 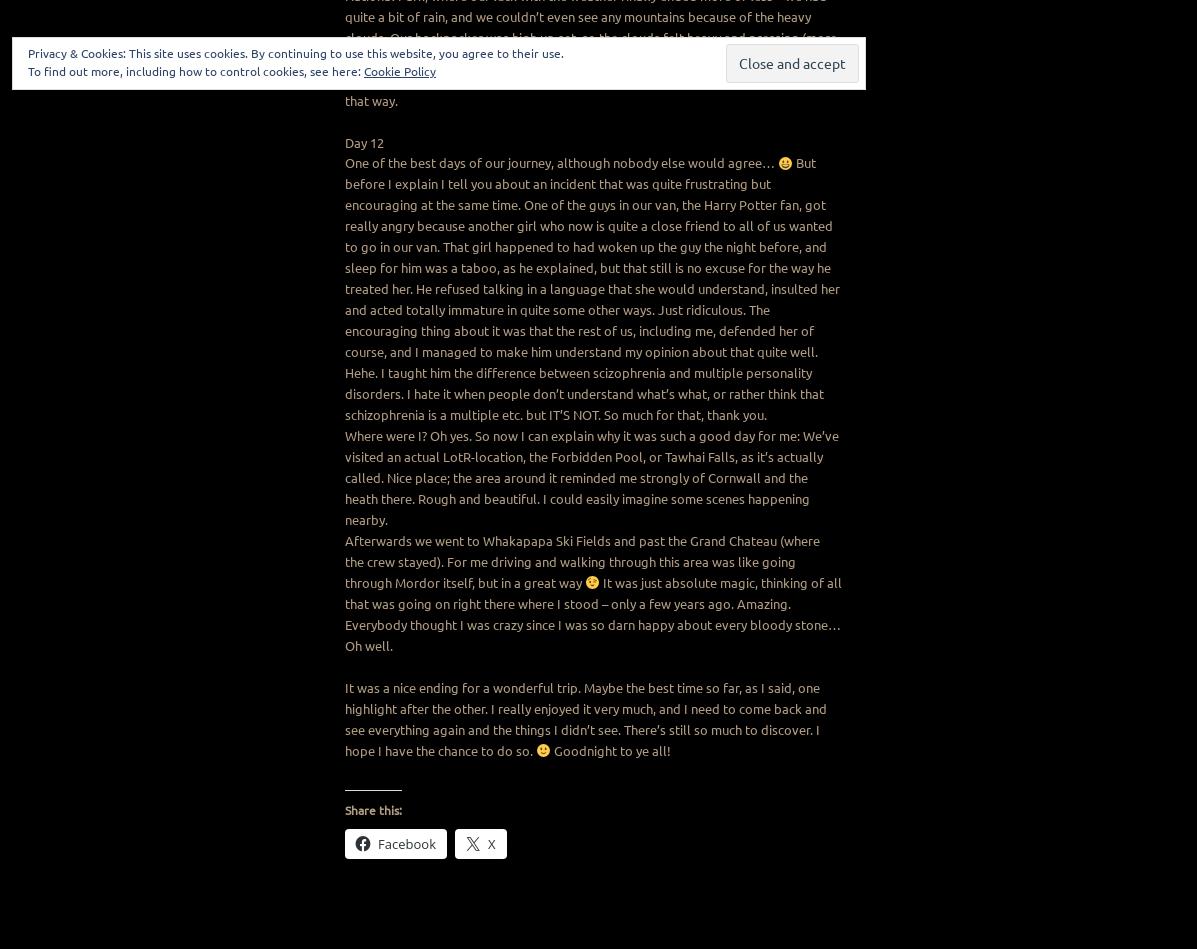 What do you see at coordinates (28, 52) in the screenshot?
I see `'Privacy & Cookies: This site uses cookies. By continuing to use this website, you agree to their use.'` at bounding box center [28, 52].